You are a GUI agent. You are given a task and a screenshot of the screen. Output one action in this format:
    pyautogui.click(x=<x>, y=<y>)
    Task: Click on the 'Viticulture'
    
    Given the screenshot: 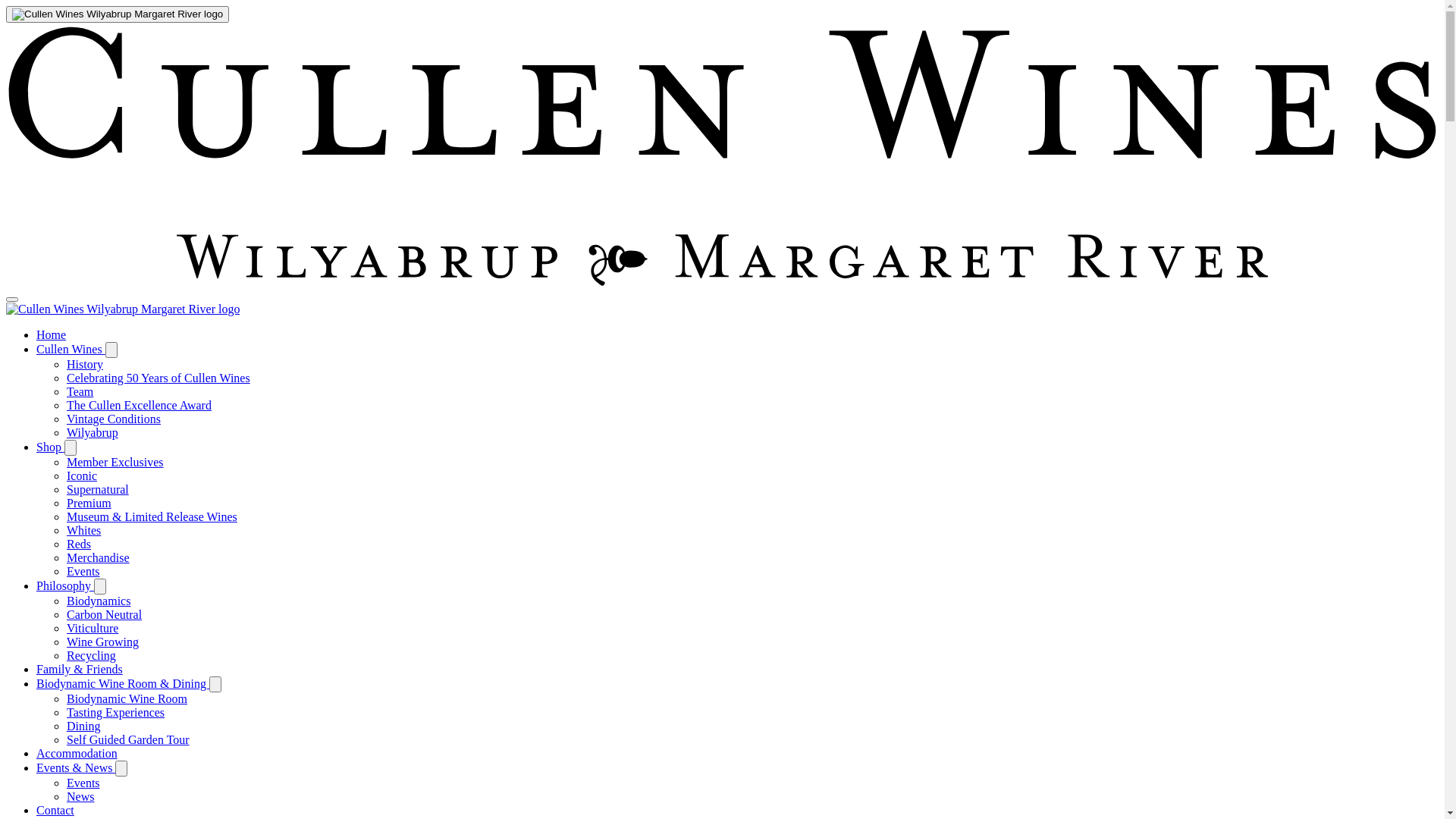 What is the action you would take?
    pyautogui.click(x=65, y=628)
    